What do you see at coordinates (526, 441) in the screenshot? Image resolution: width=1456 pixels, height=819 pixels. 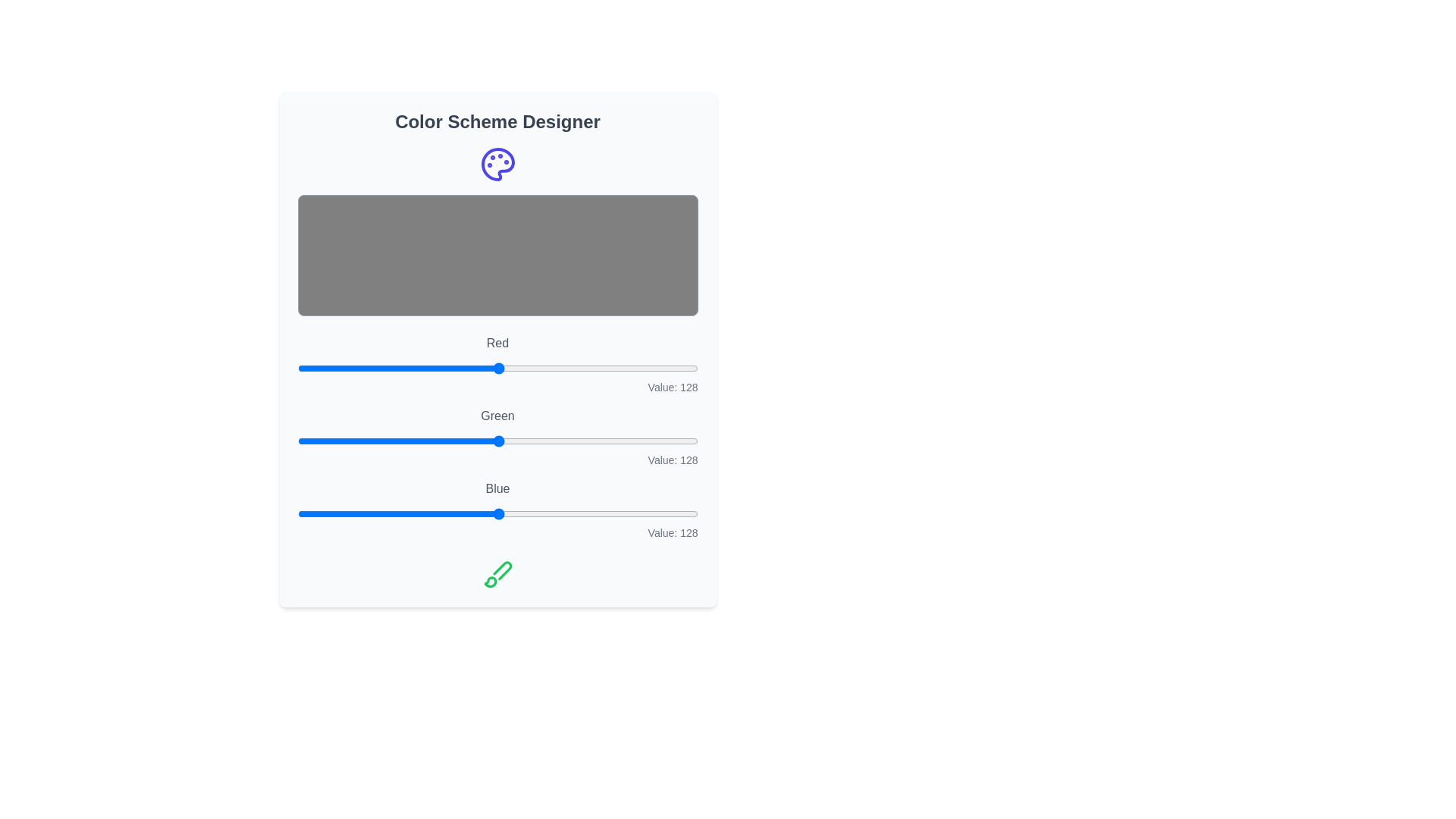 I see `the slider` at bounding box center [526, 441].